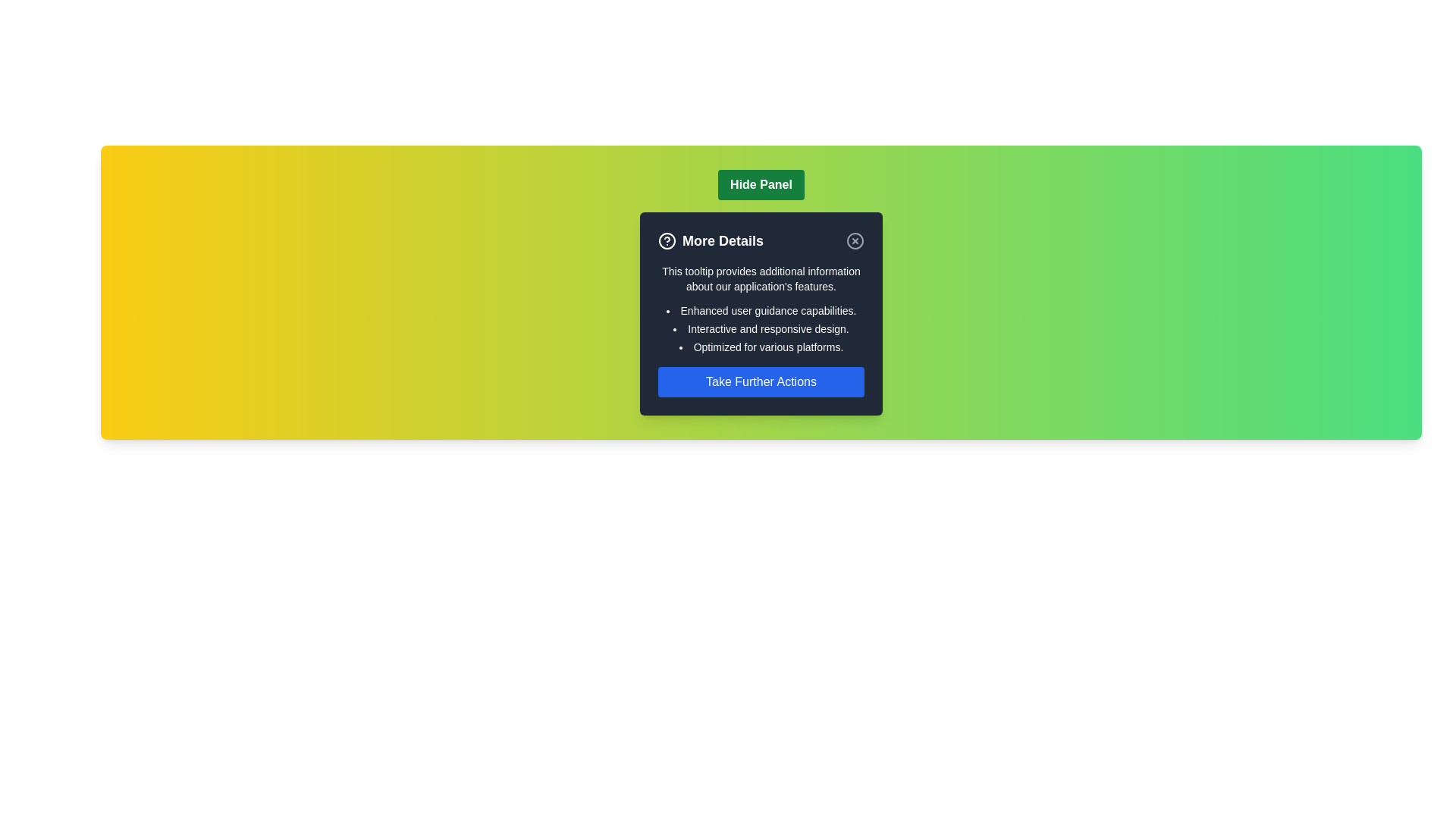 This screenshot has width=1456, height=819. What do you see at coordinates (761, 381) in the screenshot?
I see `the button located at the bottom of the tooltip with a dark gray background` at bounding box center [761, 381].